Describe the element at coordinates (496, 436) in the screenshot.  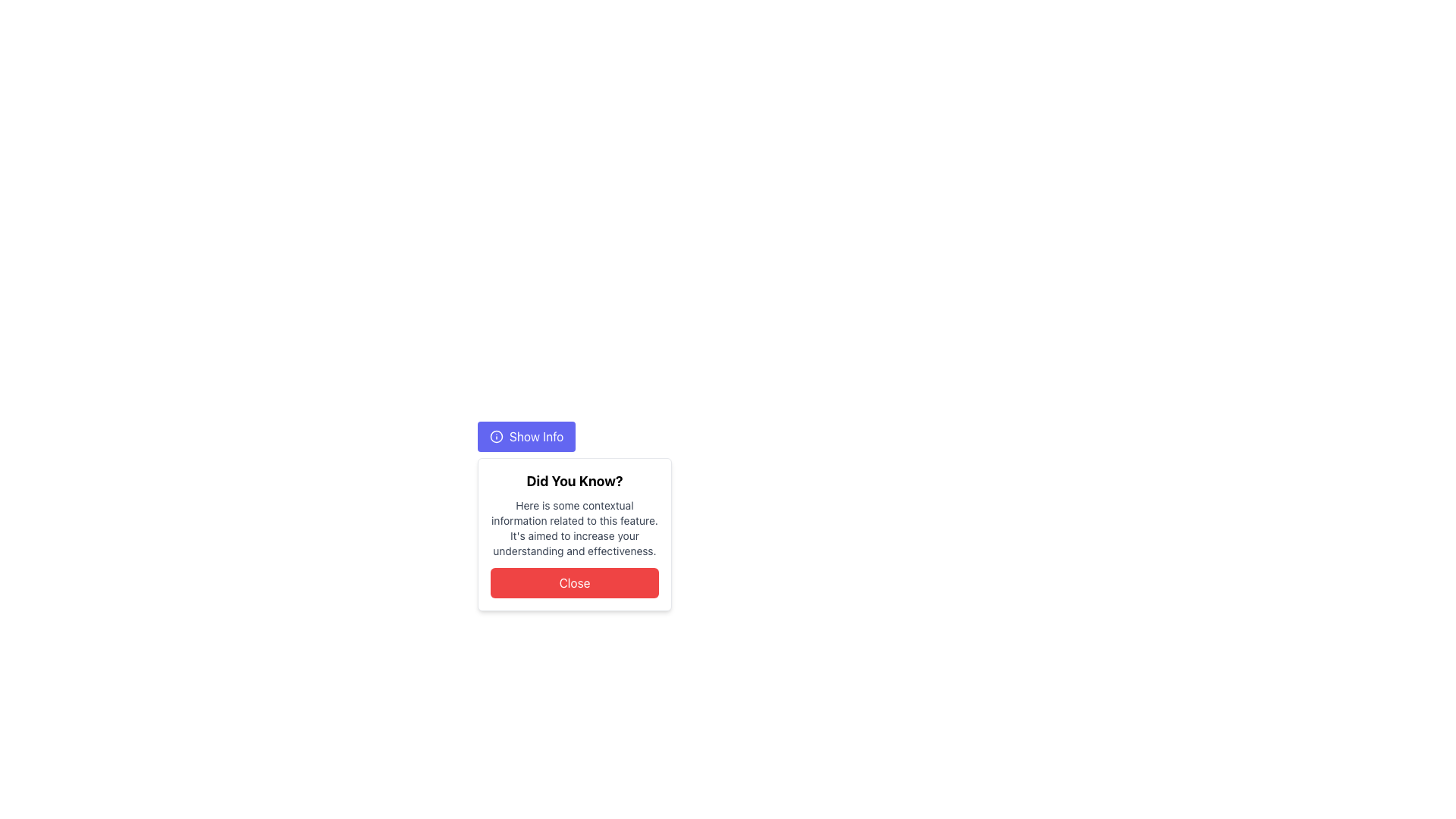
I see `the circular icon with an information symbol ('i') located within the 'Show Info' button in the top-left corner` at that location.